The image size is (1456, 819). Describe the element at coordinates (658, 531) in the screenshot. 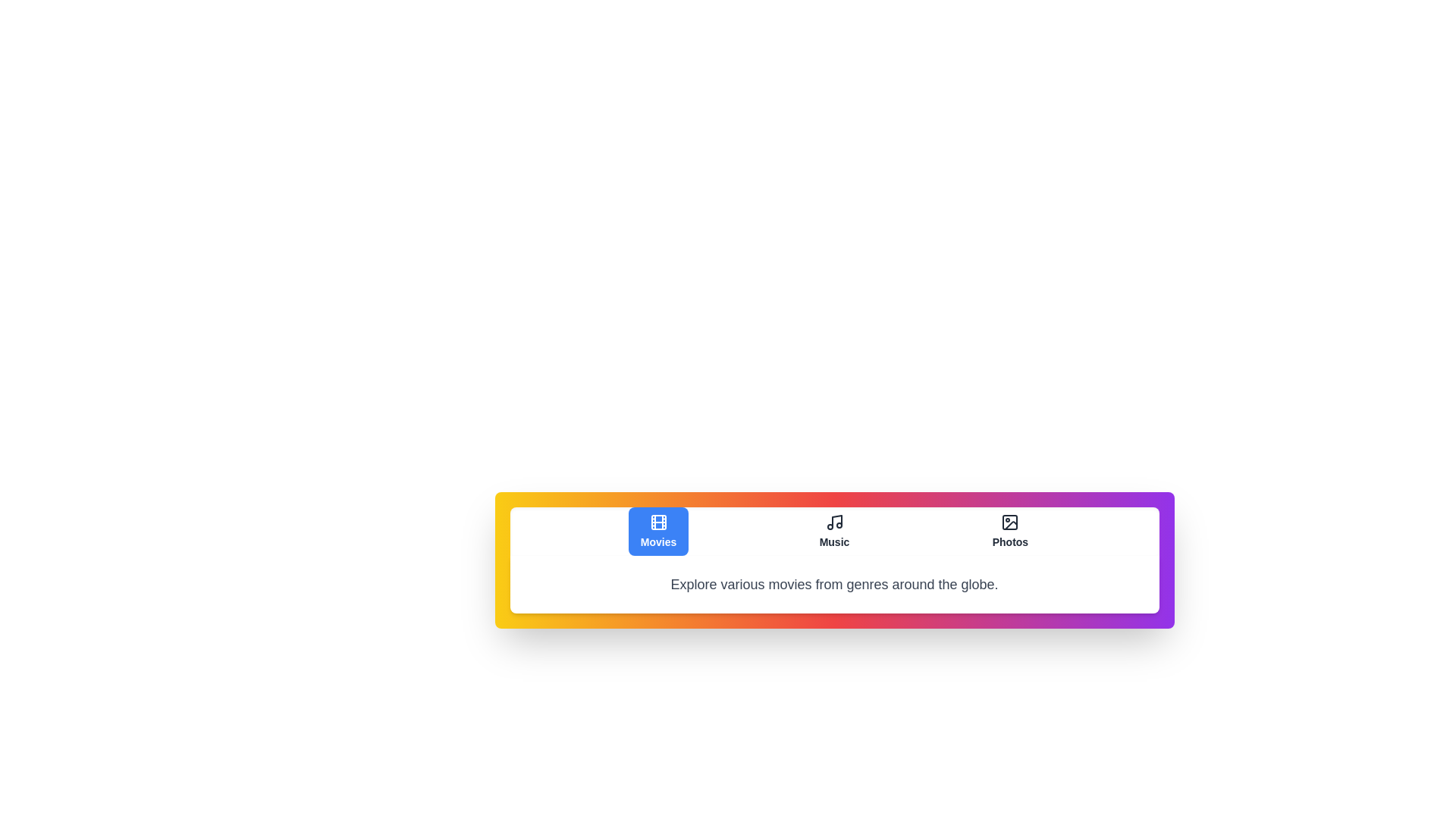

I see `the tab labeled Movies to observe its hover state` at that location.